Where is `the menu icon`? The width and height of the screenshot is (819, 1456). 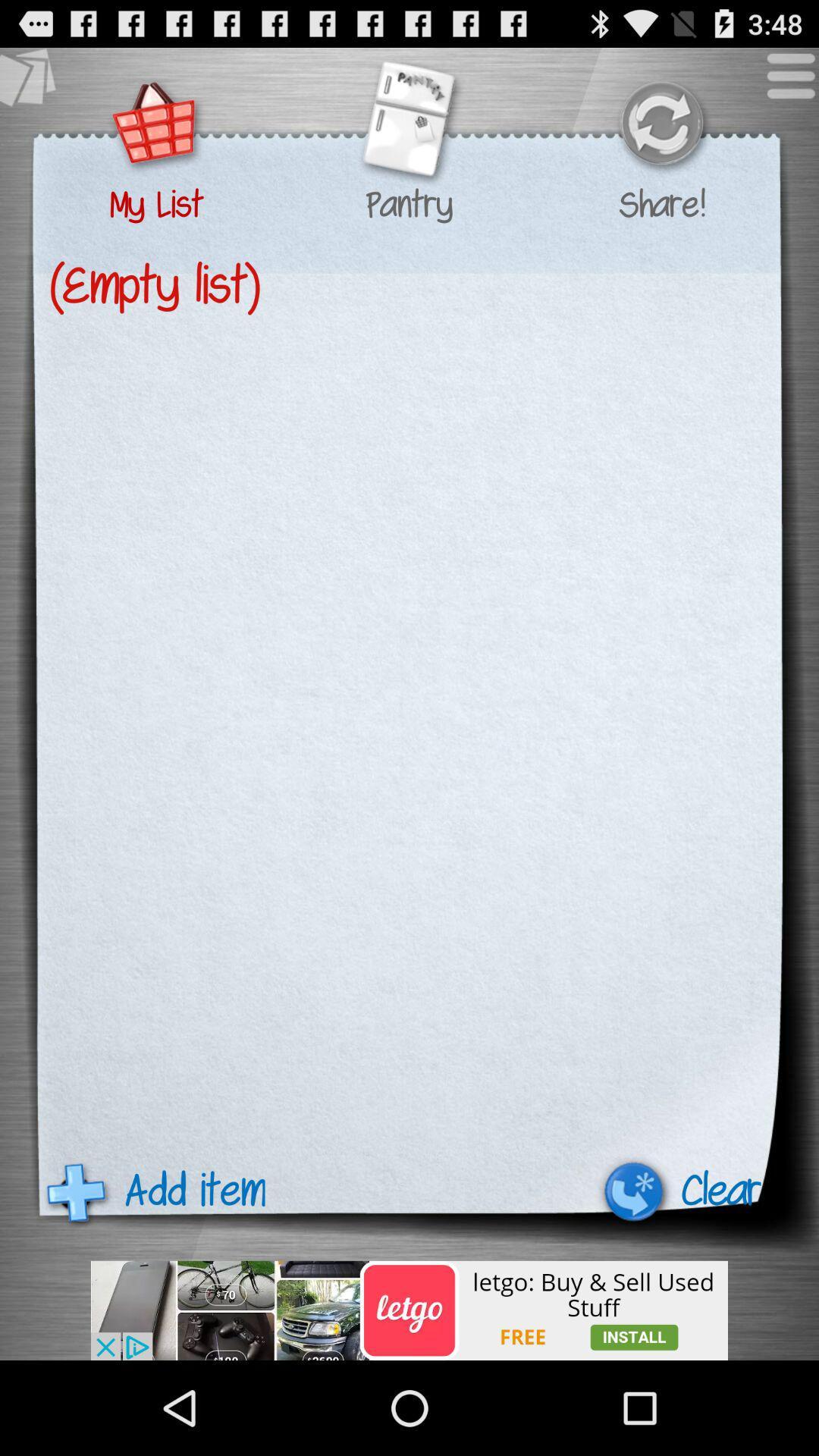
the menu icon is located at coordinates (783, 89).